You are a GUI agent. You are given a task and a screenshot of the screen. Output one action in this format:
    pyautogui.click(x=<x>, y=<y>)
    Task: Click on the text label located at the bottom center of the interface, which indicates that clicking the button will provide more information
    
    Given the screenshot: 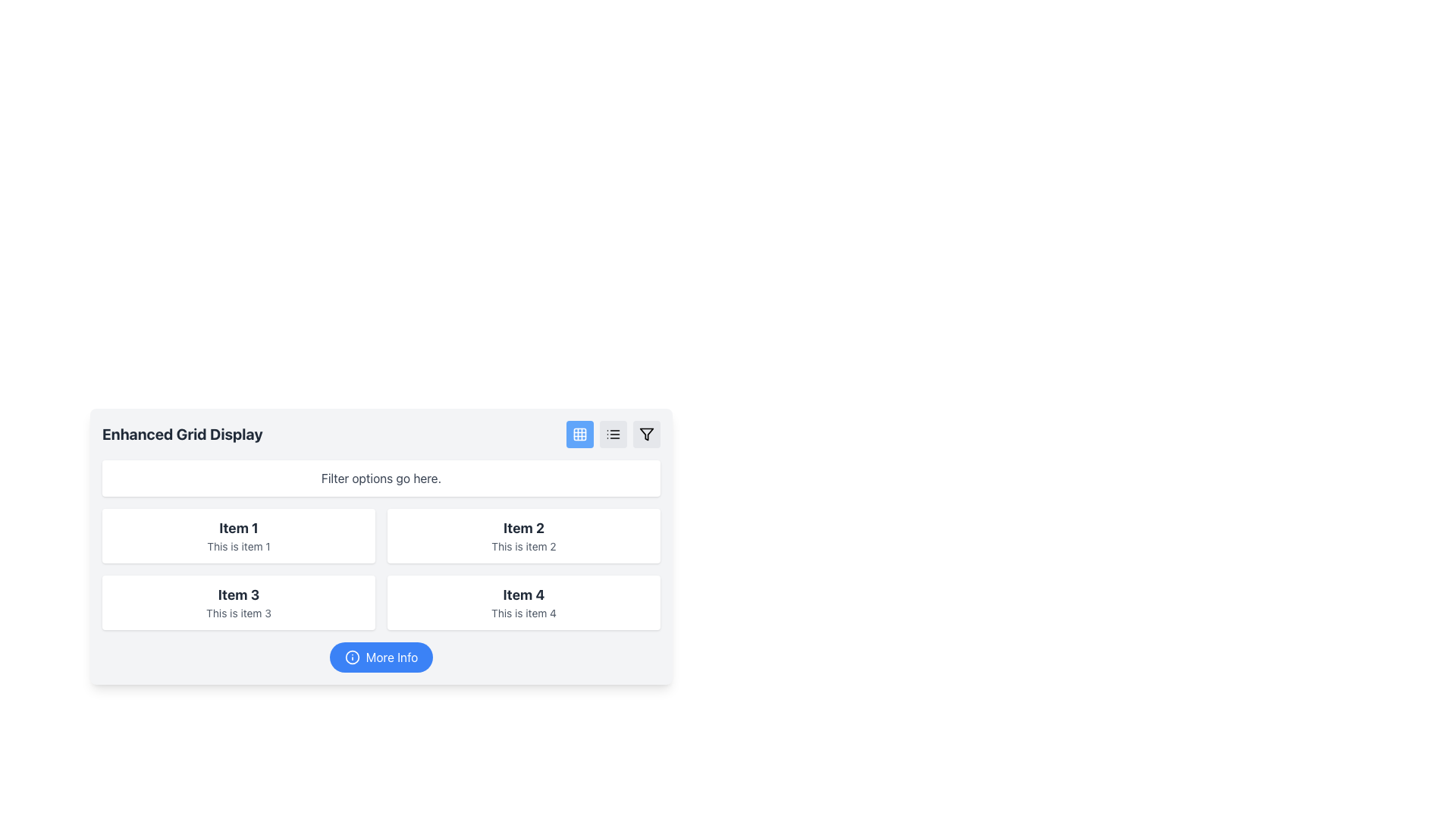 What is the action you would take?
    pyautogui.click(x=392, y=657)
    